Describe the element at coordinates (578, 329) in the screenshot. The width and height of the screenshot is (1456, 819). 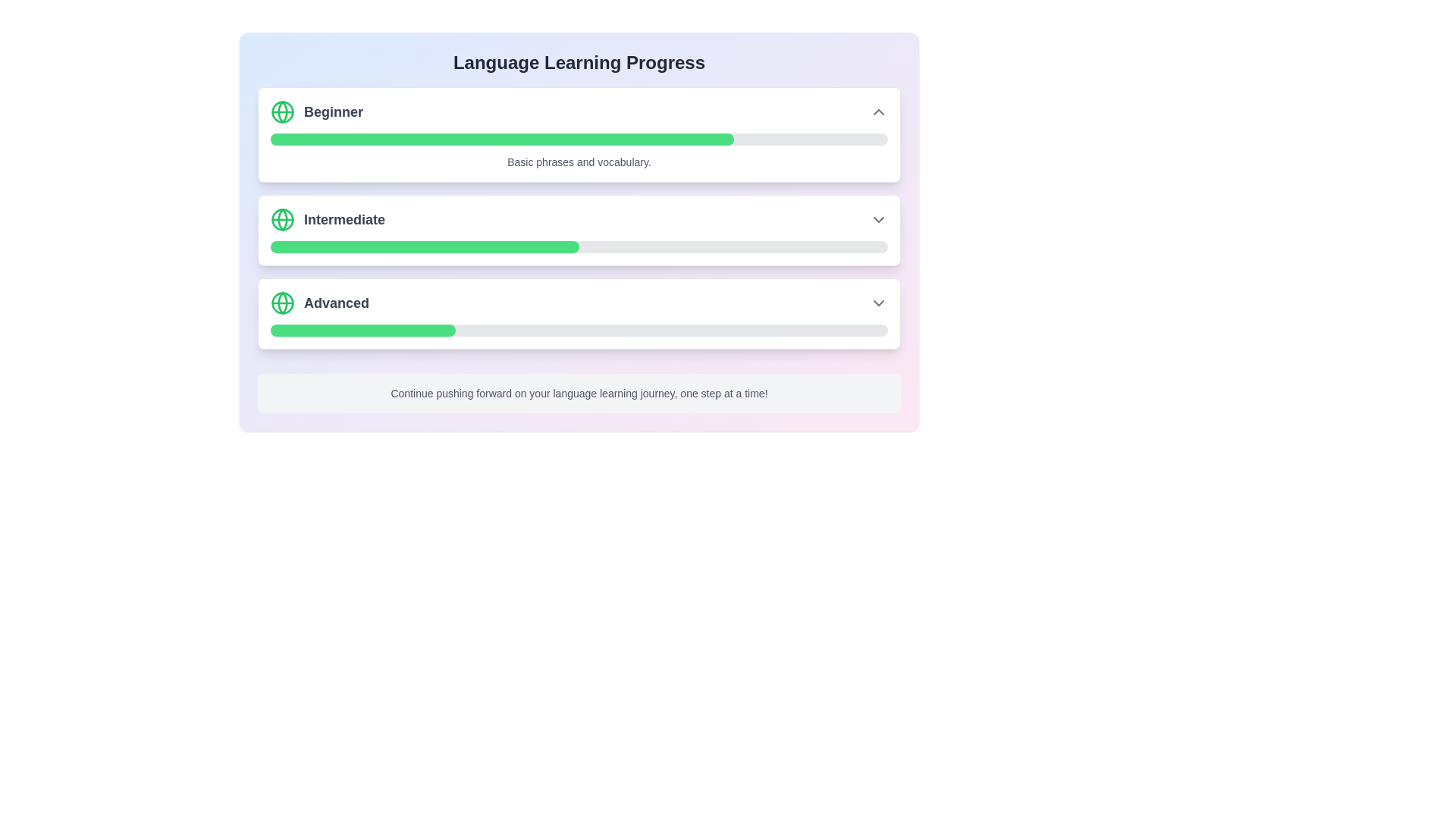
I see `the third progress bar in the 'Advanced' section, which visually represents the user's progress level in the language learning process` at that location.